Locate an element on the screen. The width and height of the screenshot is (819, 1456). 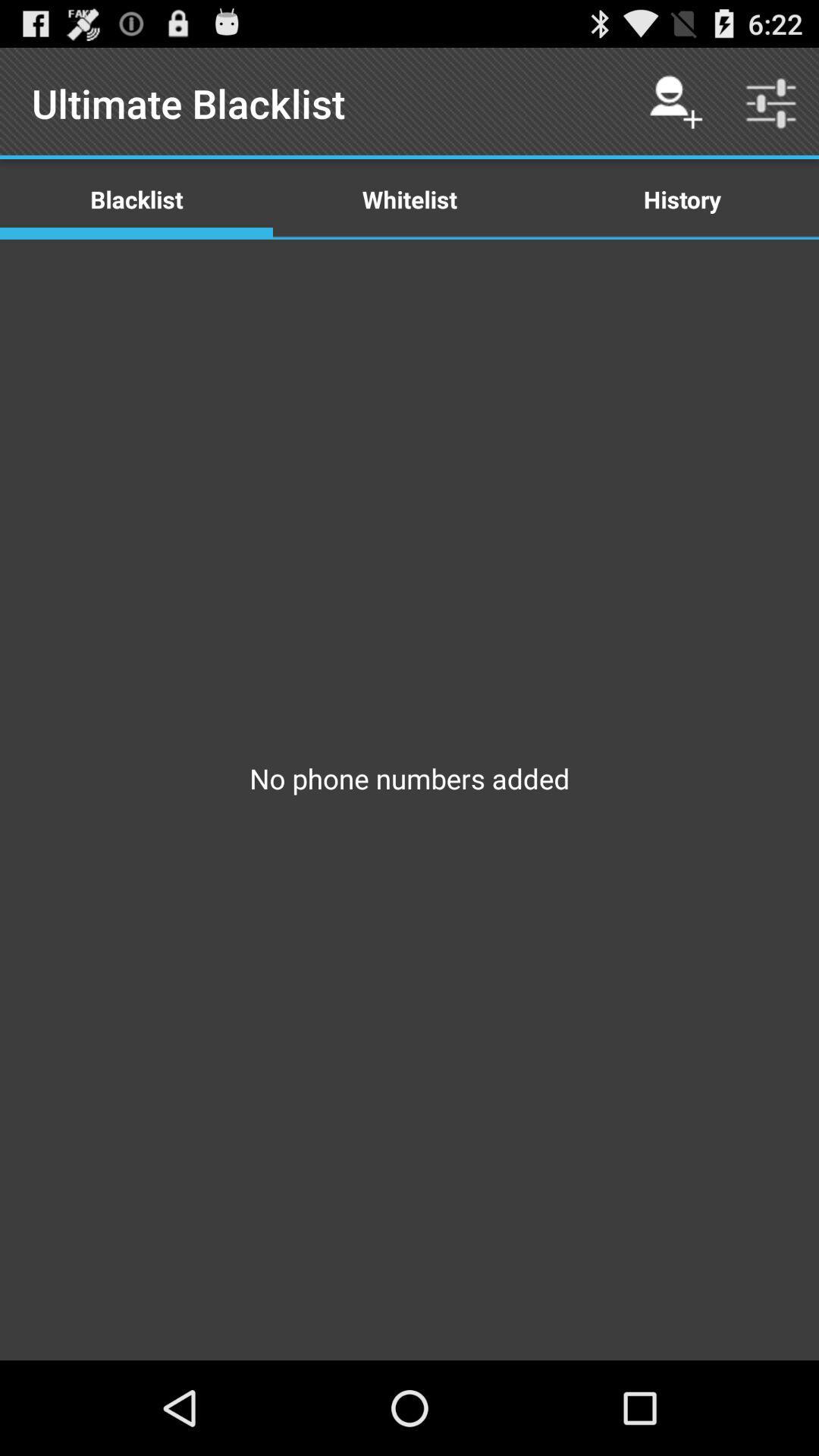
icon above the no phone numbers icon is located at coordinates (681, 198).